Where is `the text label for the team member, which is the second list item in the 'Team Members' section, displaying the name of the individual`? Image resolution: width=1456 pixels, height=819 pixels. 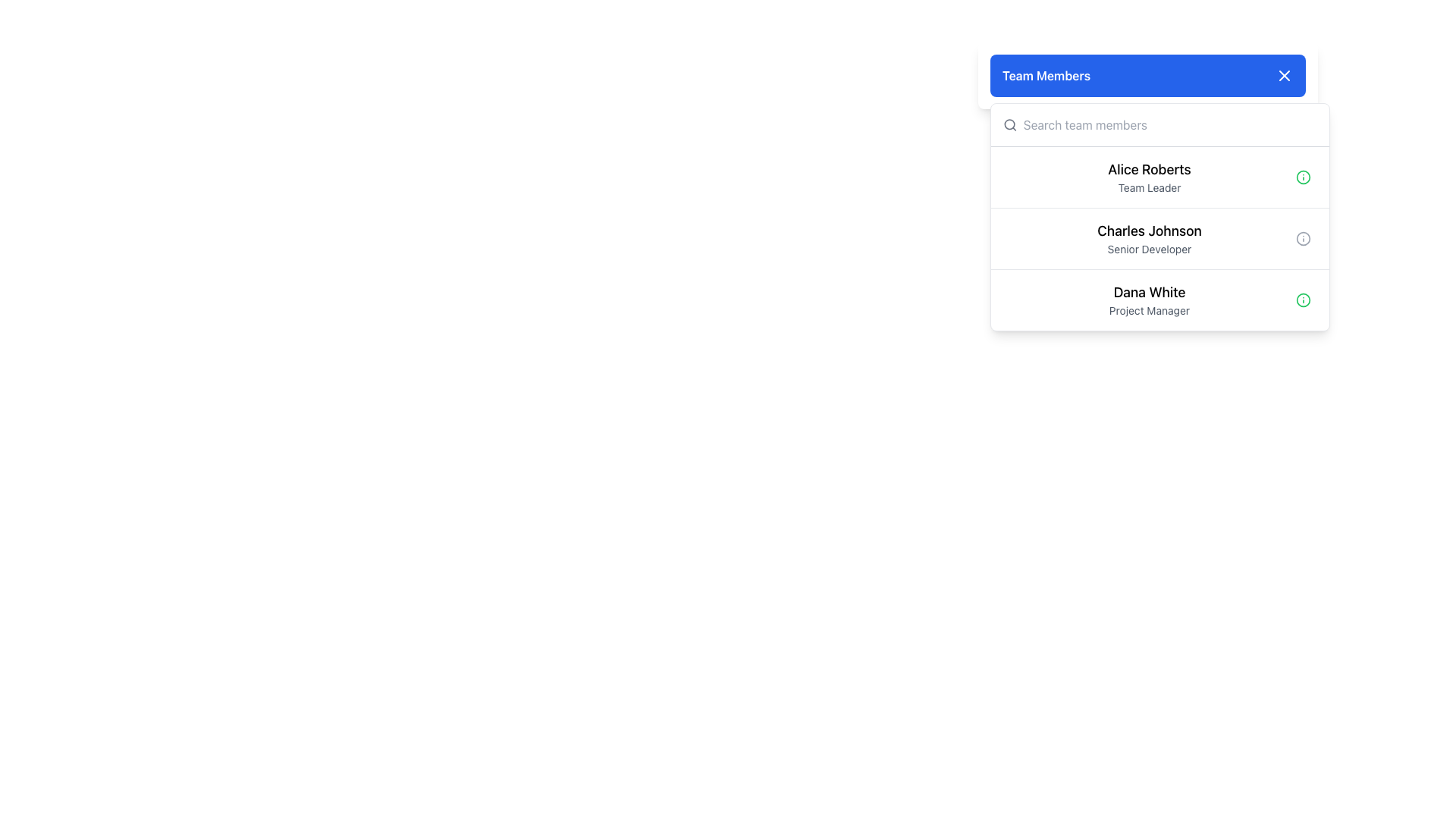
the text label for the team member, which is the second list item in the 'Team Members' section, displaying the name of the individual is located at coordinates (1150, 231).